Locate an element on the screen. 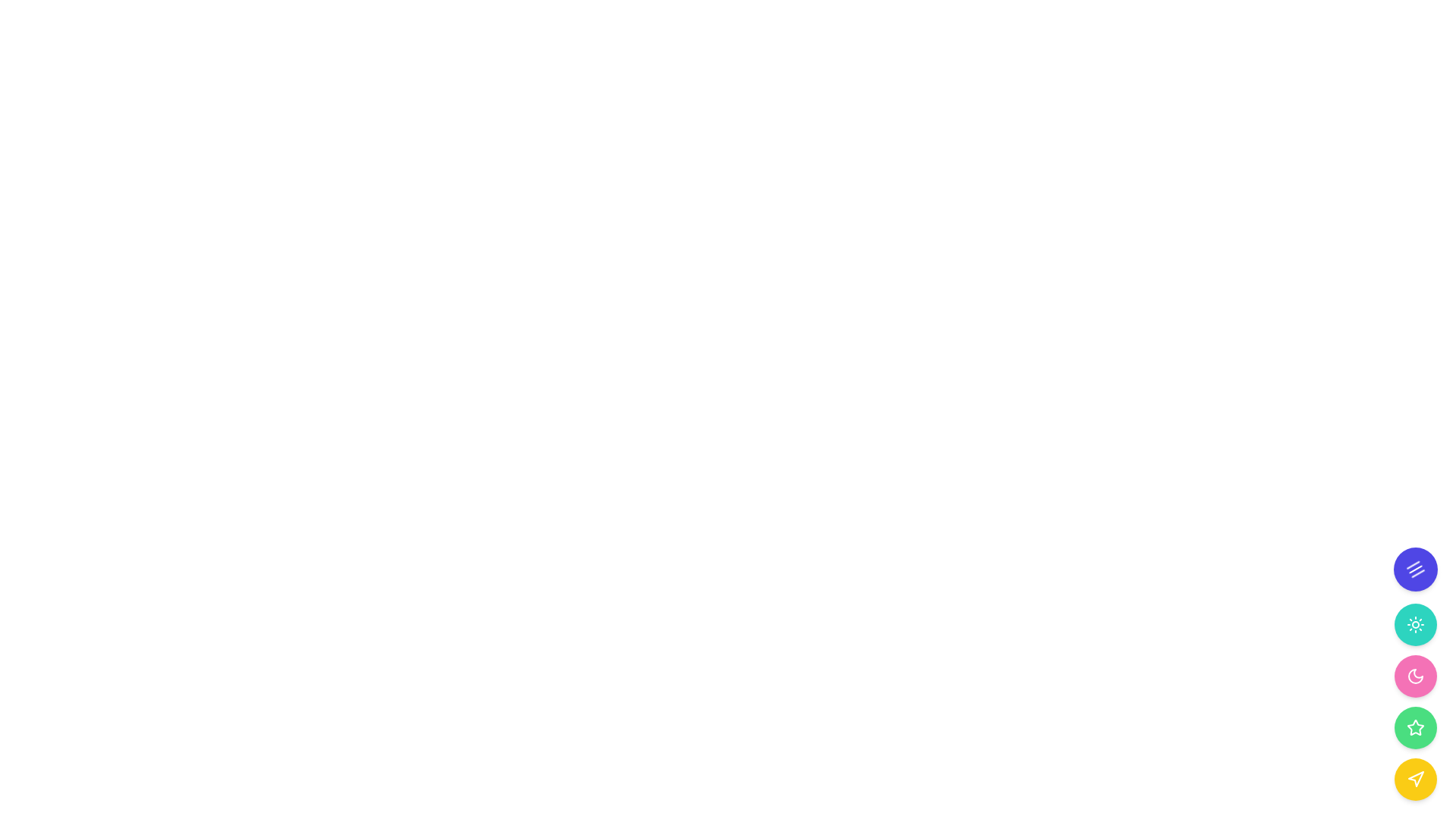 The height and width of the screenshot is (819, 1456). the circular teal button with a sun icon located below the blue hamburger button is located at coordinates (1415, 625).